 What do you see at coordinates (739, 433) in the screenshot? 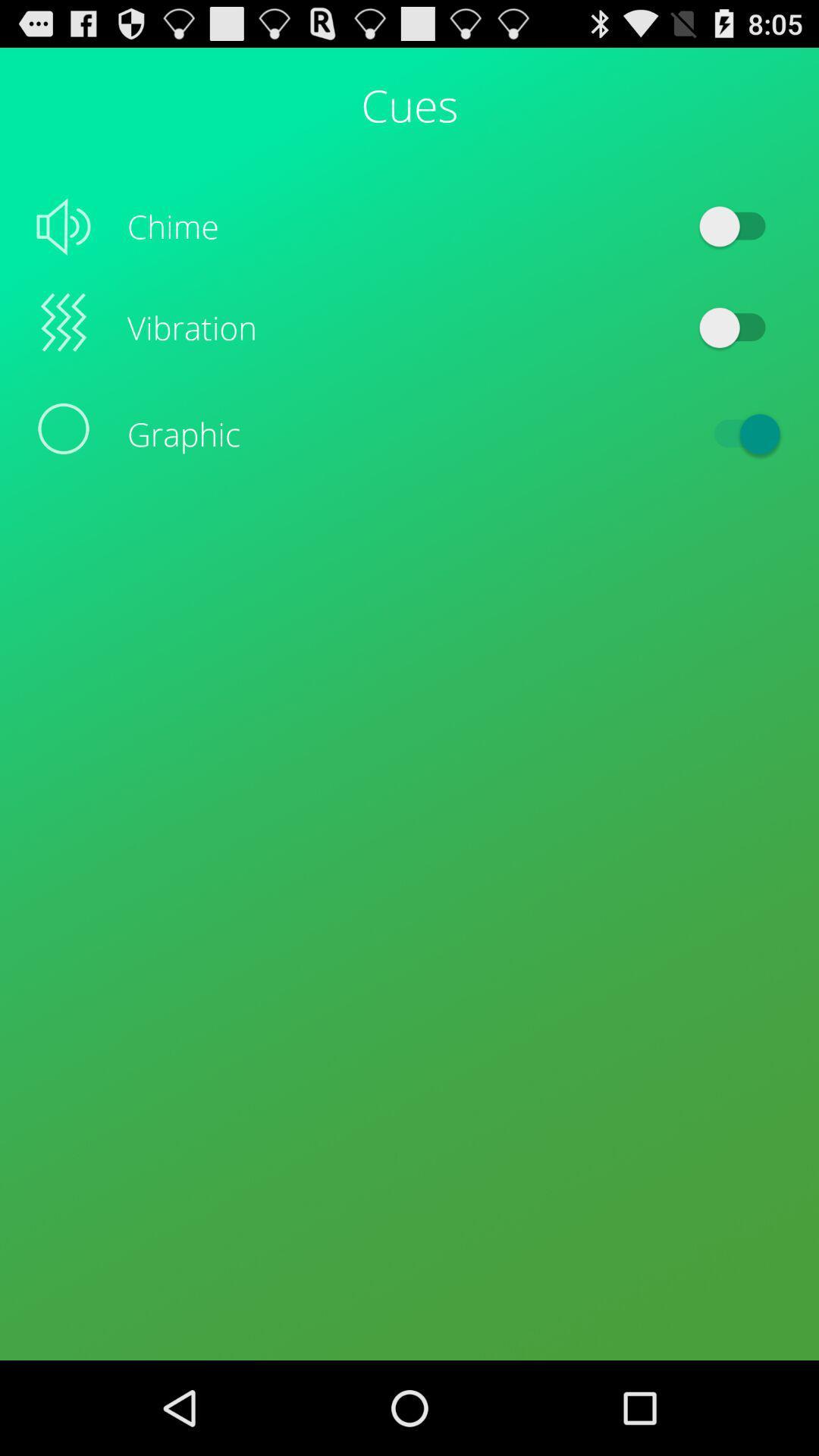
I see `item to the right of graphic` at bounding box center [739, 433].